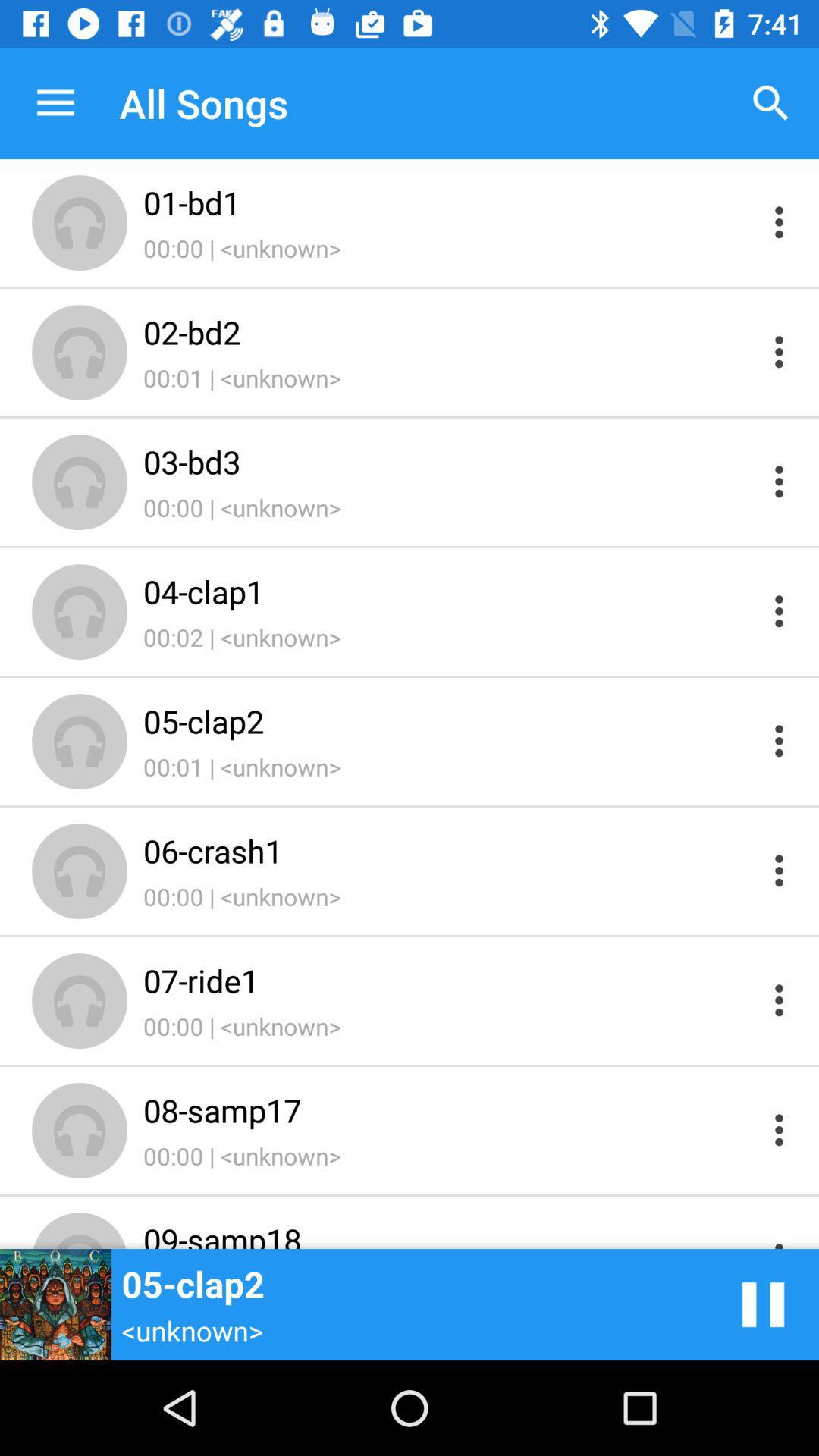  What do you see at coordinates (779, 1234) in the screenshot?
I see `options` at bounding box center [779, 1234].